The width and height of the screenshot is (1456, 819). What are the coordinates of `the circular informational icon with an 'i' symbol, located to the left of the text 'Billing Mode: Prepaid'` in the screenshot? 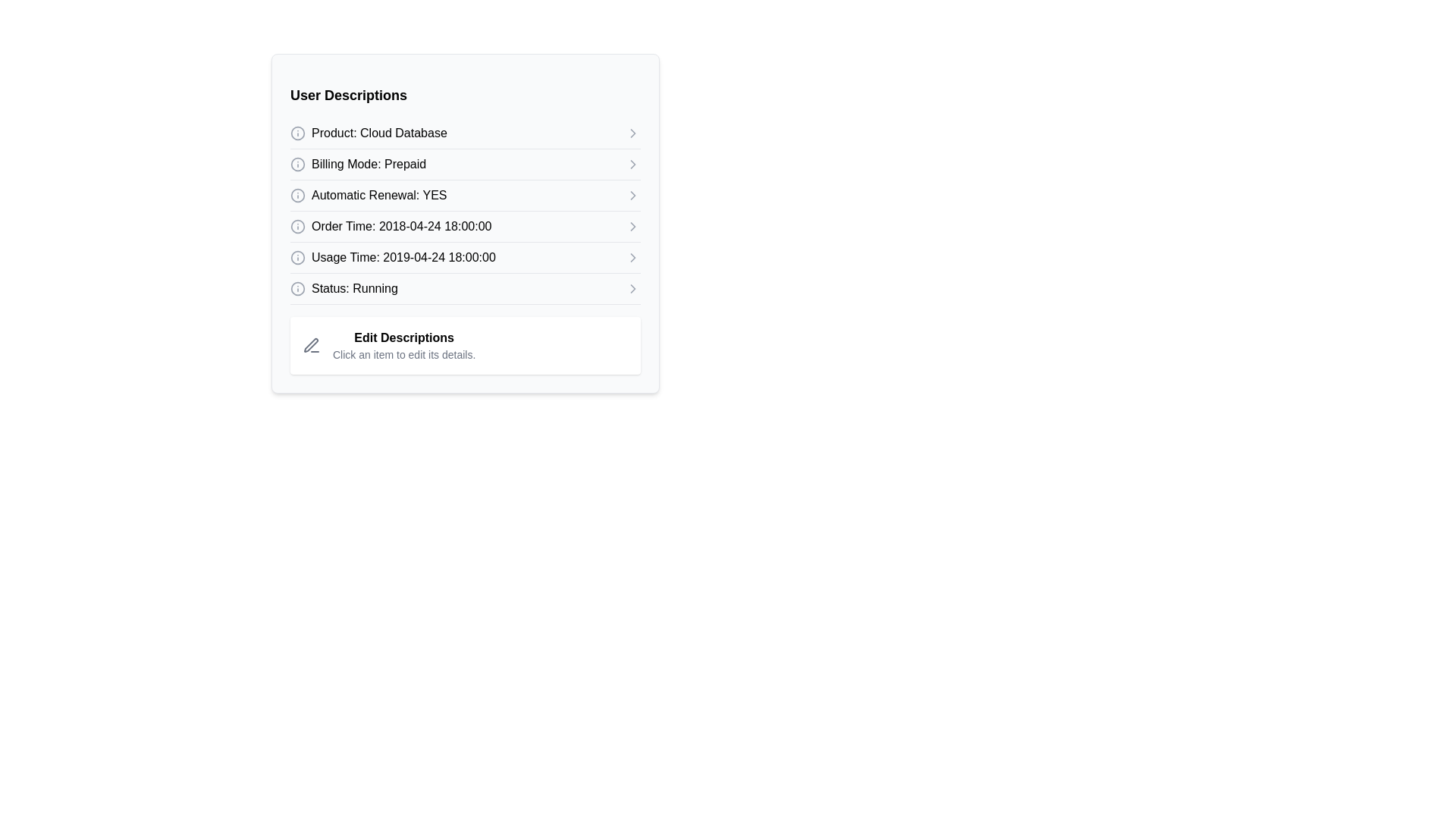 It's located at (298, 164).